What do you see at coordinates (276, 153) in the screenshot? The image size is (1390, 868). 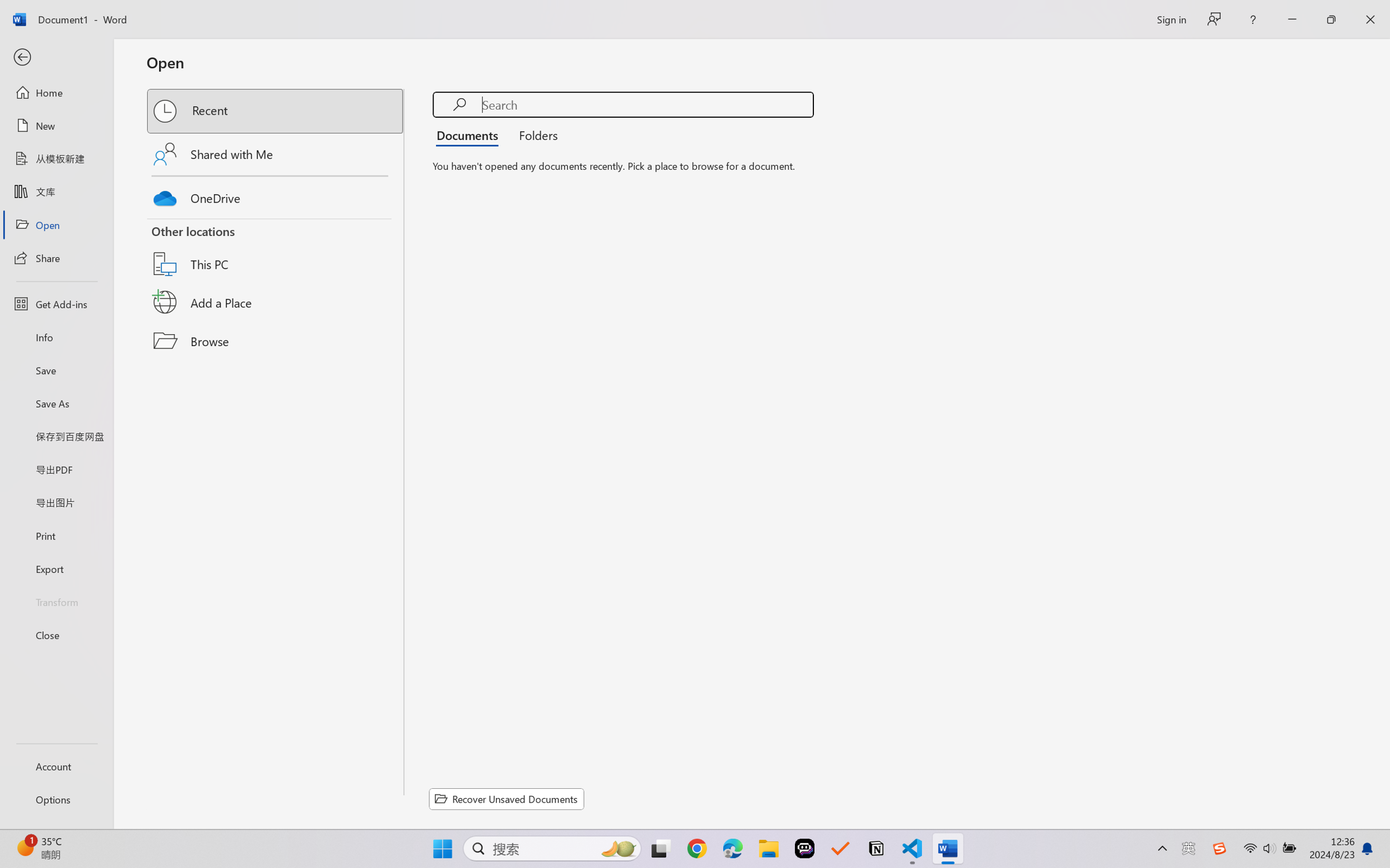 I see `'Shared with Me'` at bounding box center [276, 153].